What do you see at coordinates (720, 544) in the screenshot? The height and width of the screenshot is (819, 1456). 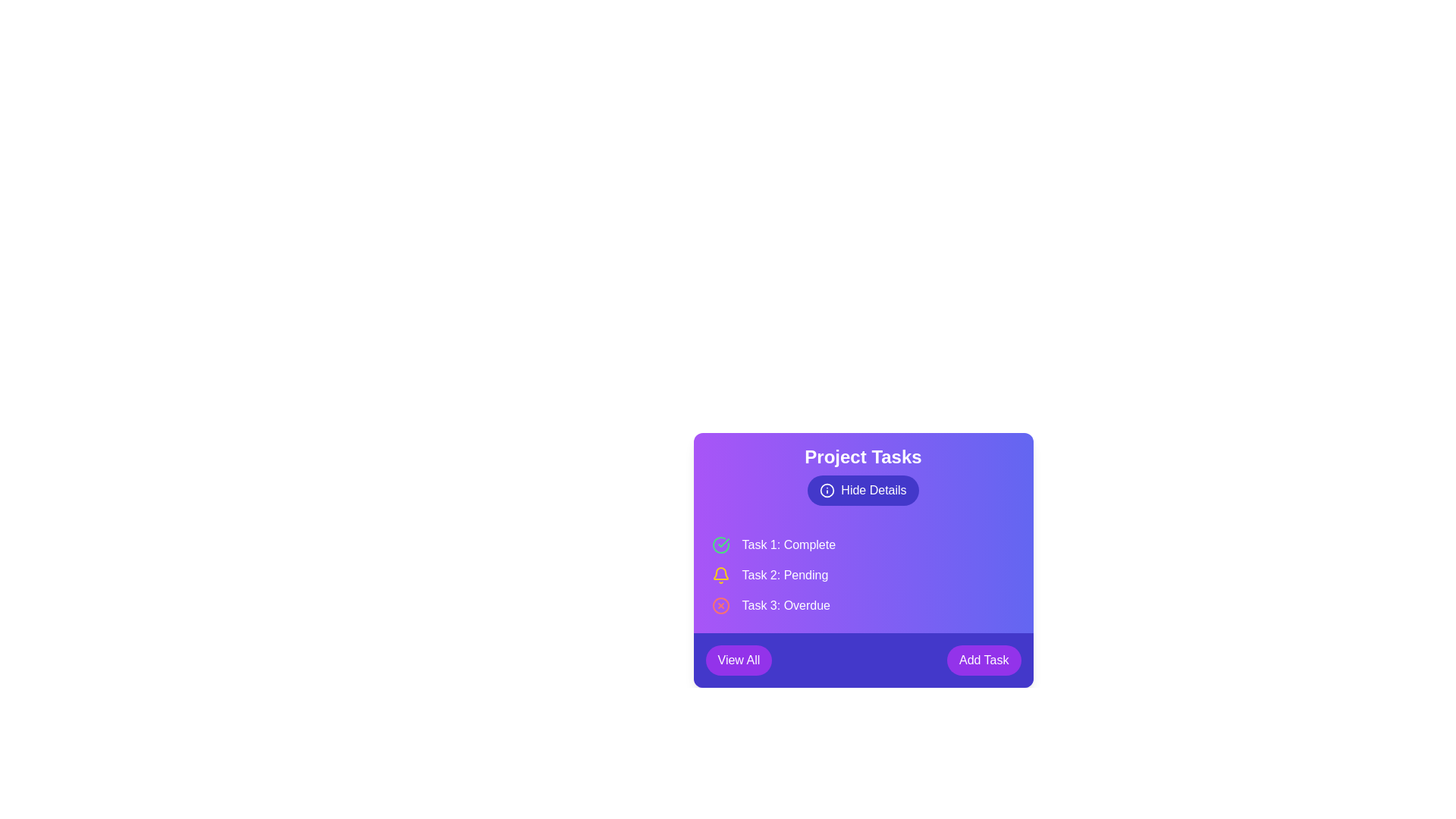 I see `the green circle icon with a checkmark indicating the completion of 'Task 1: Complete', located in the leftmost position of the task list` at bounding box center [720, 544].